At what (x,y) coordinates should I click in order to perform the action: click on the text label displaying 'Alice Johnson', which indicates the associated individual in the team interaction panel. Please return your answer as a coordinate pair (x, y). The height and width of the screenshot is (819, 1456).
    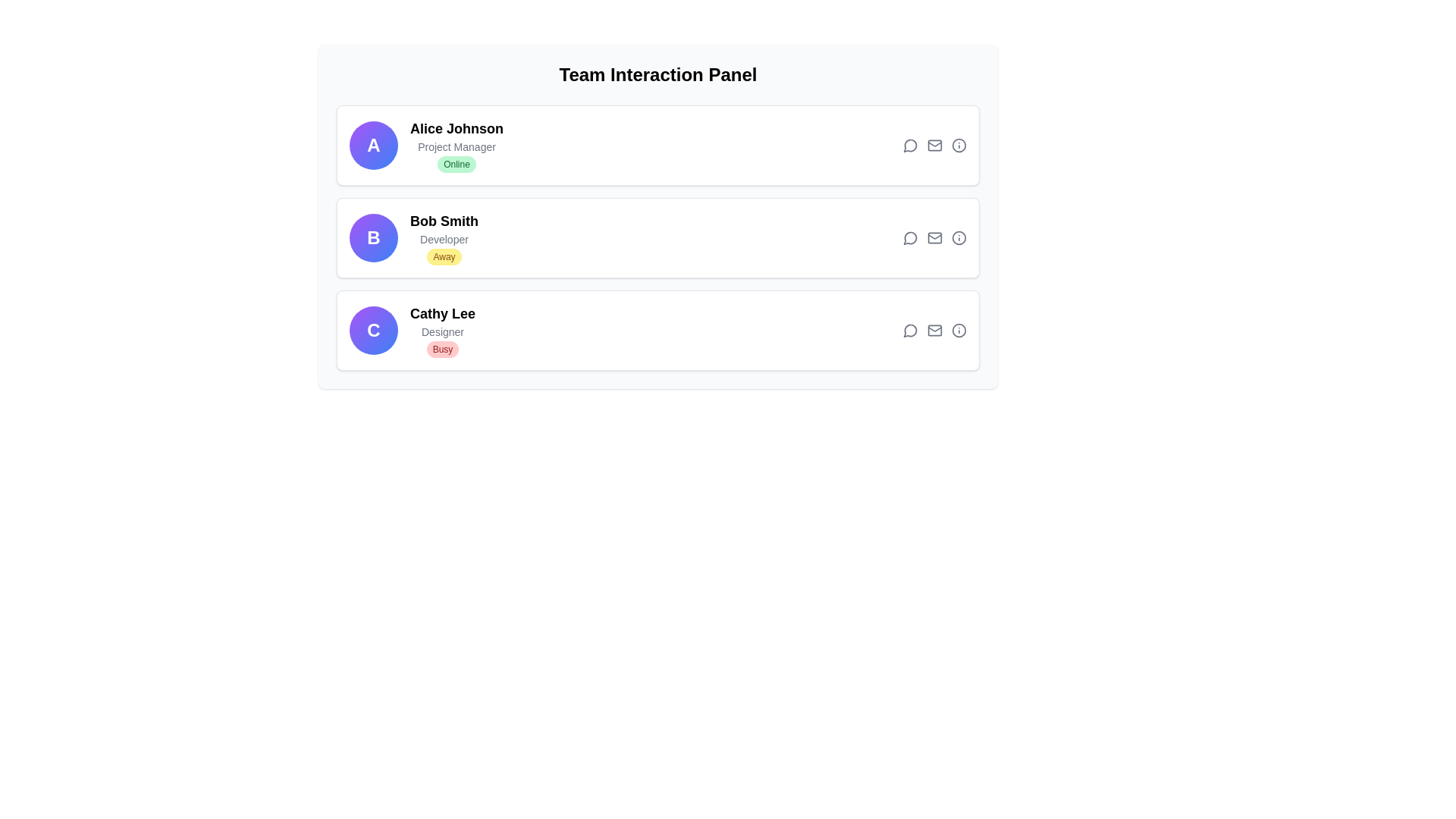
    Looking at the image, I should click on (456, 127).